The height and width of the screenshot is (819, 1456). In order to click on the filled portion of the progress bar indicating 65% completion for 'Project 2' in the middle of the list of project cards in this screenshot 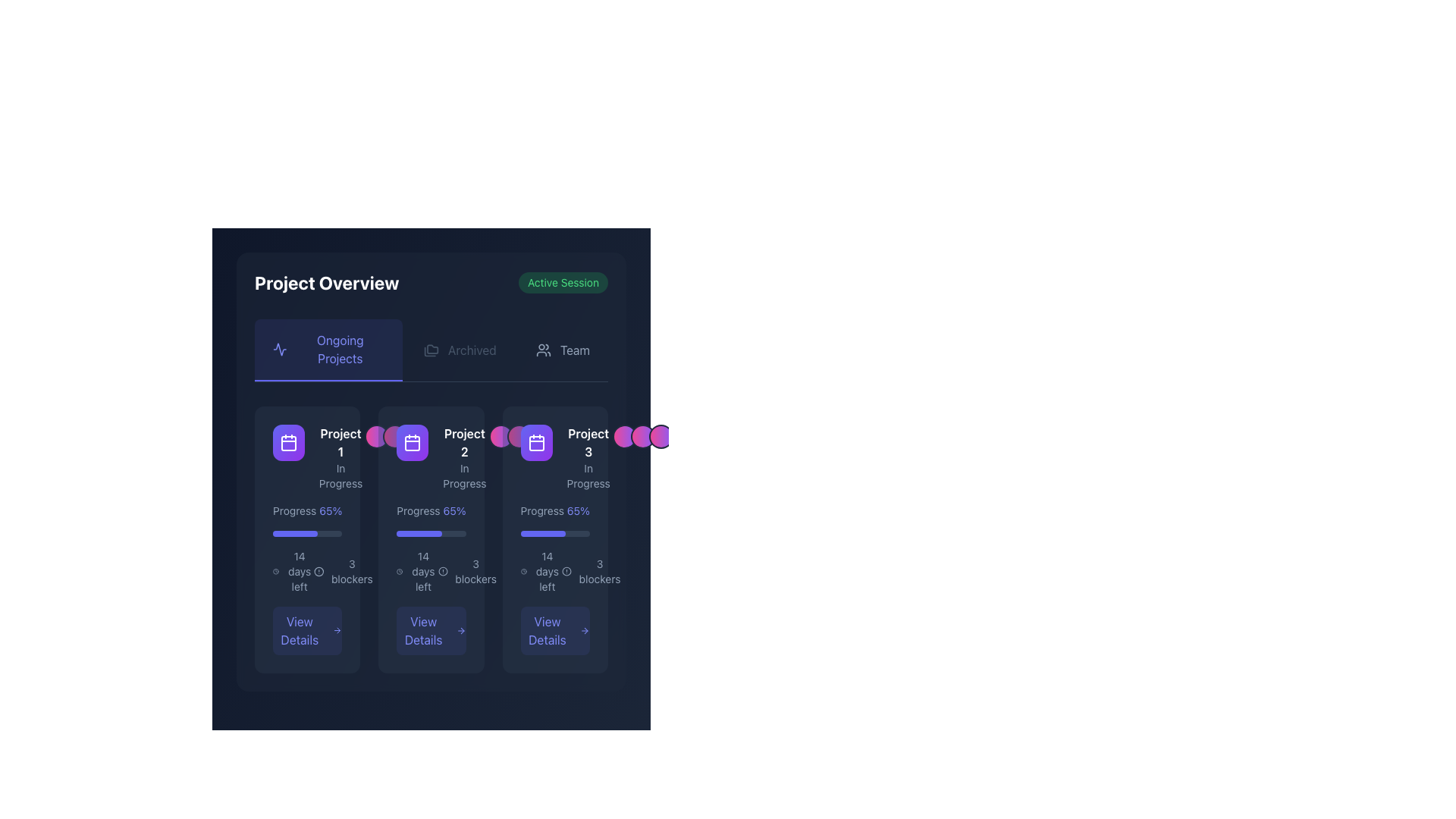, I will do `click(419, 533)`.